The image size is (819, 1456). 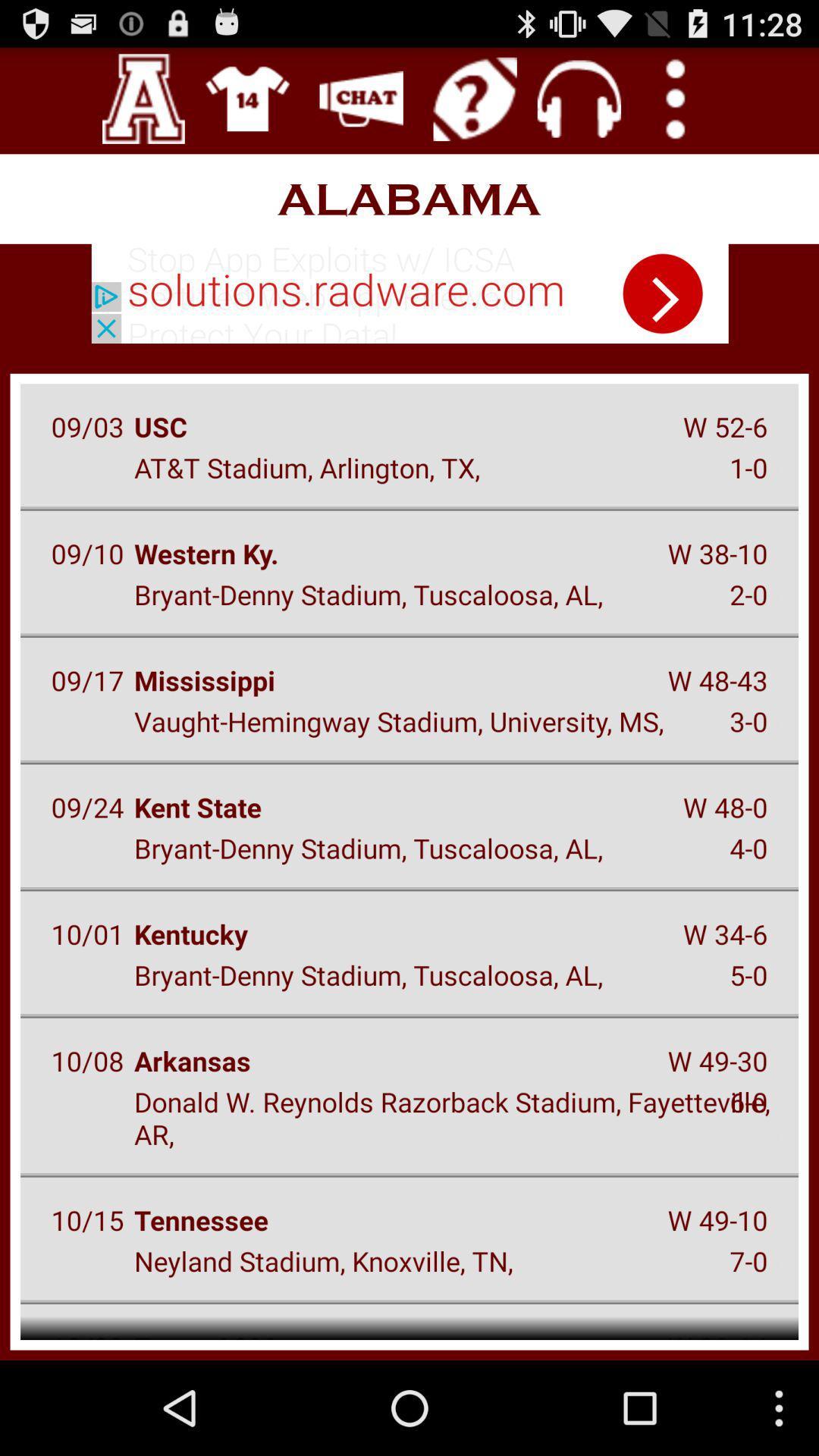 I want to click on the help icon, so click(x=474, y=105).